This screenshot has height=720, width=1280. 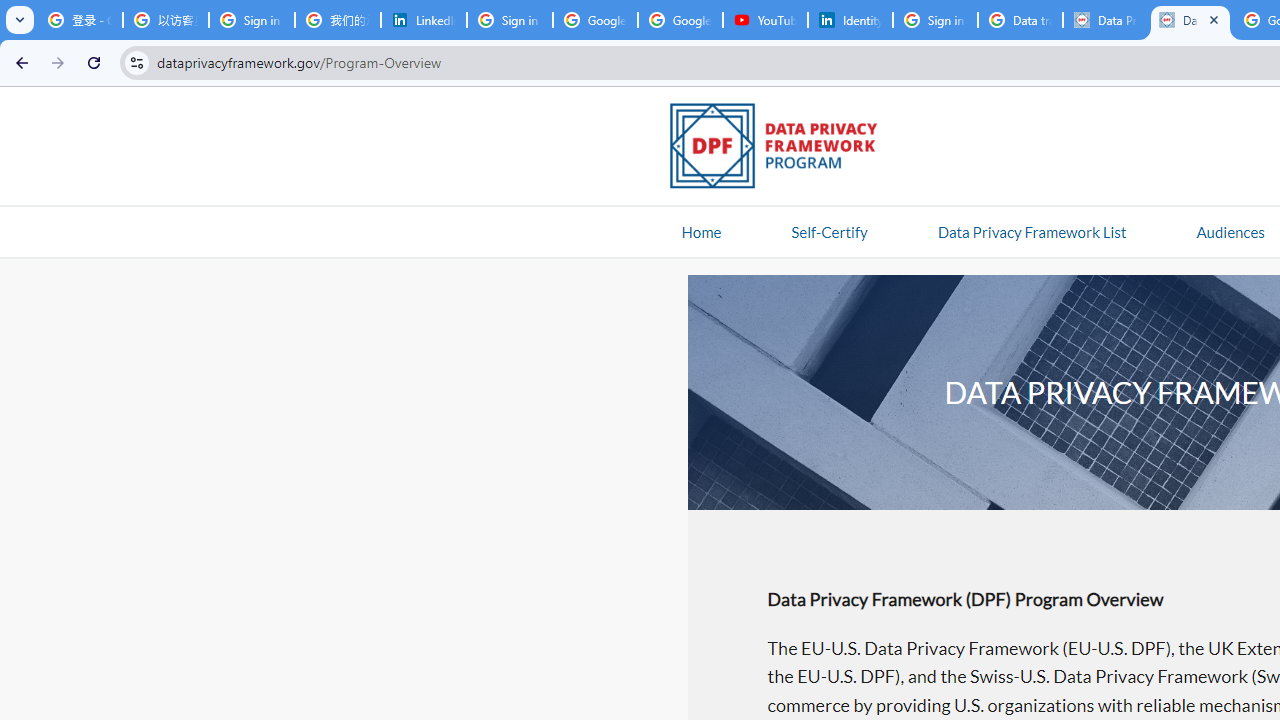 I want to click on 'AutomationID: navitem', so click(x=1229, y=230).